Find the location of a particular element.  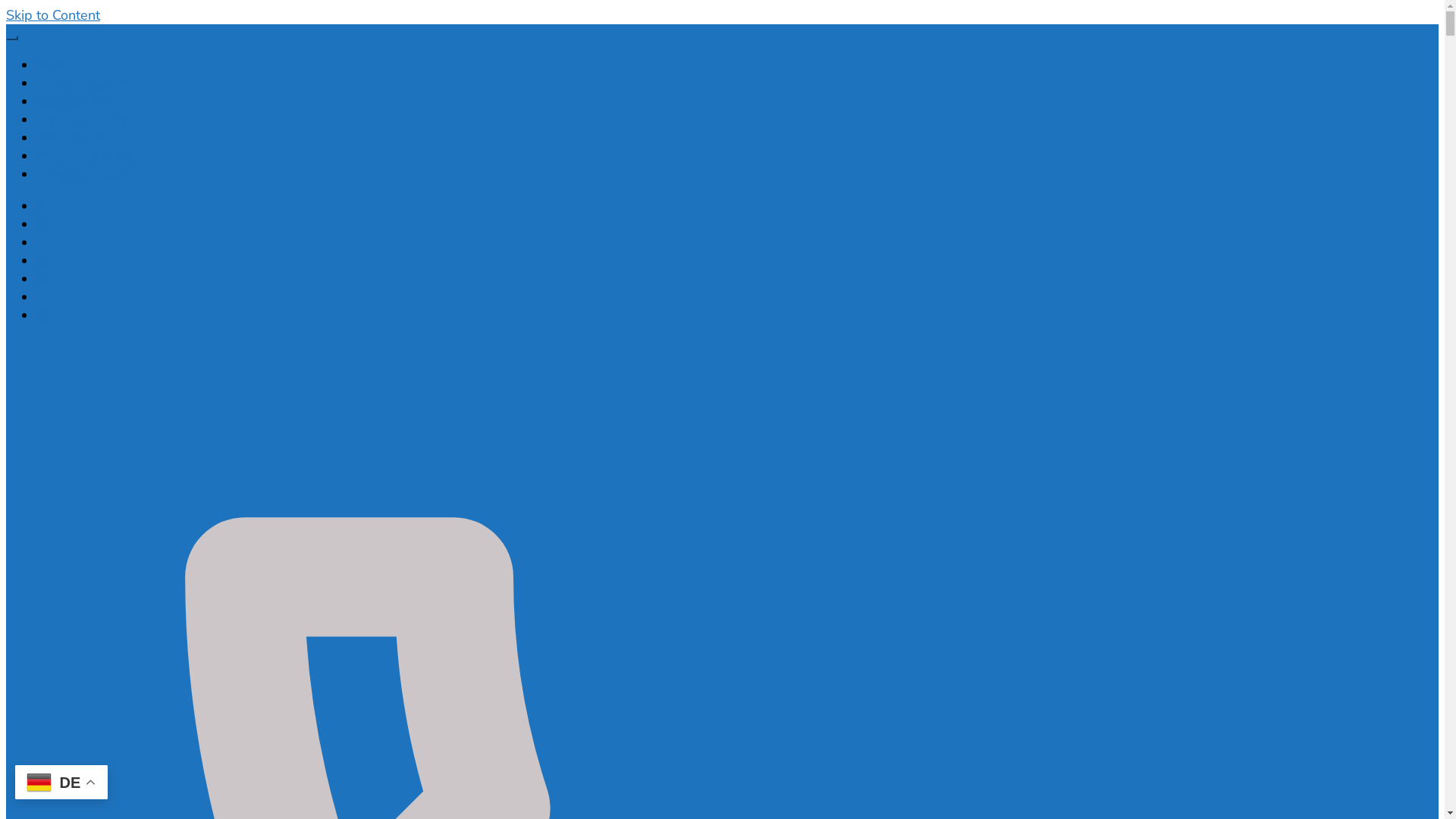

'Triathlon Coach' is located at coordinates (83, 174).